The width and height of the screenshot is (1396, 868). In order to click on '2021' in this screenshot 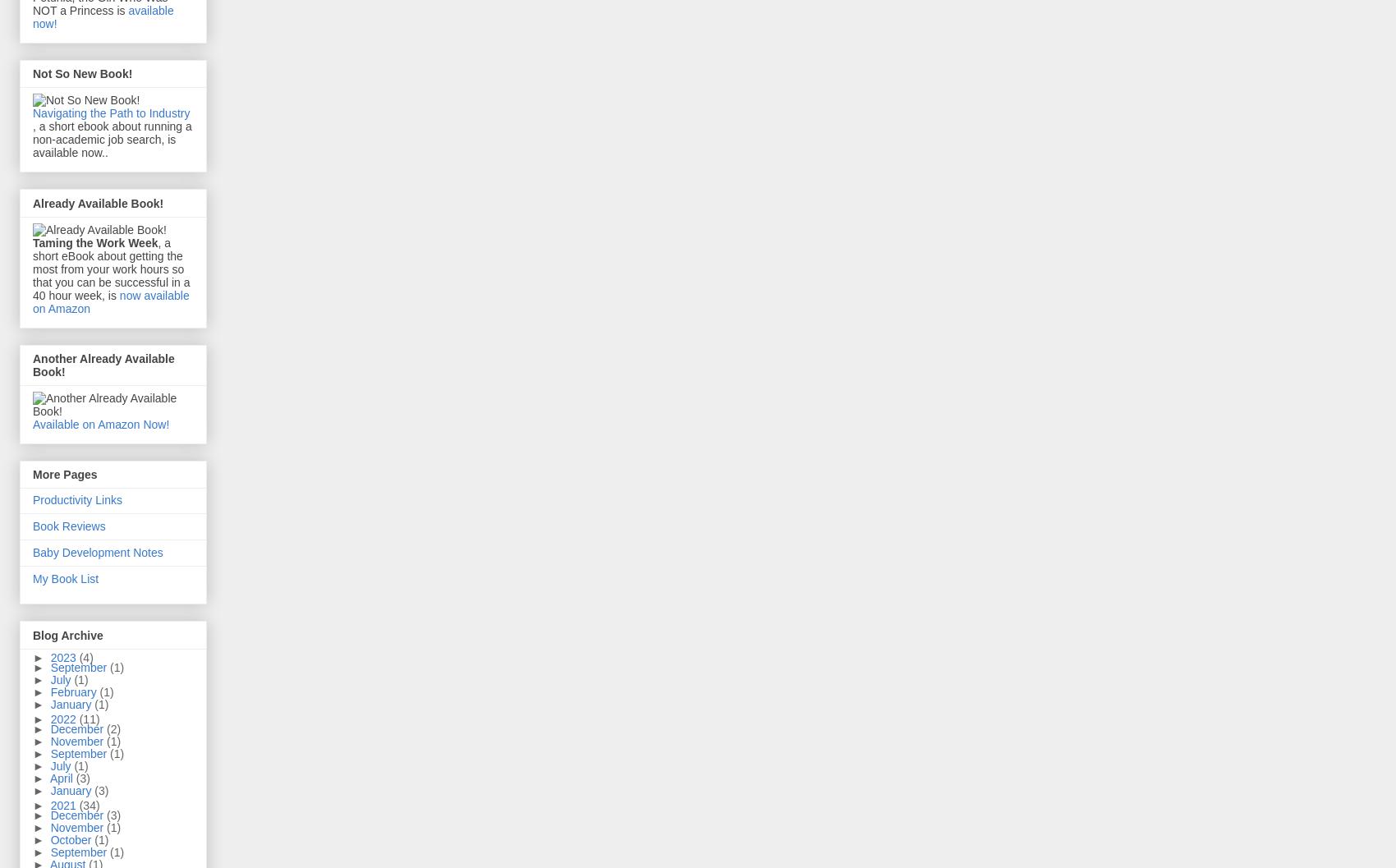, I will do `click(64, 806)`.